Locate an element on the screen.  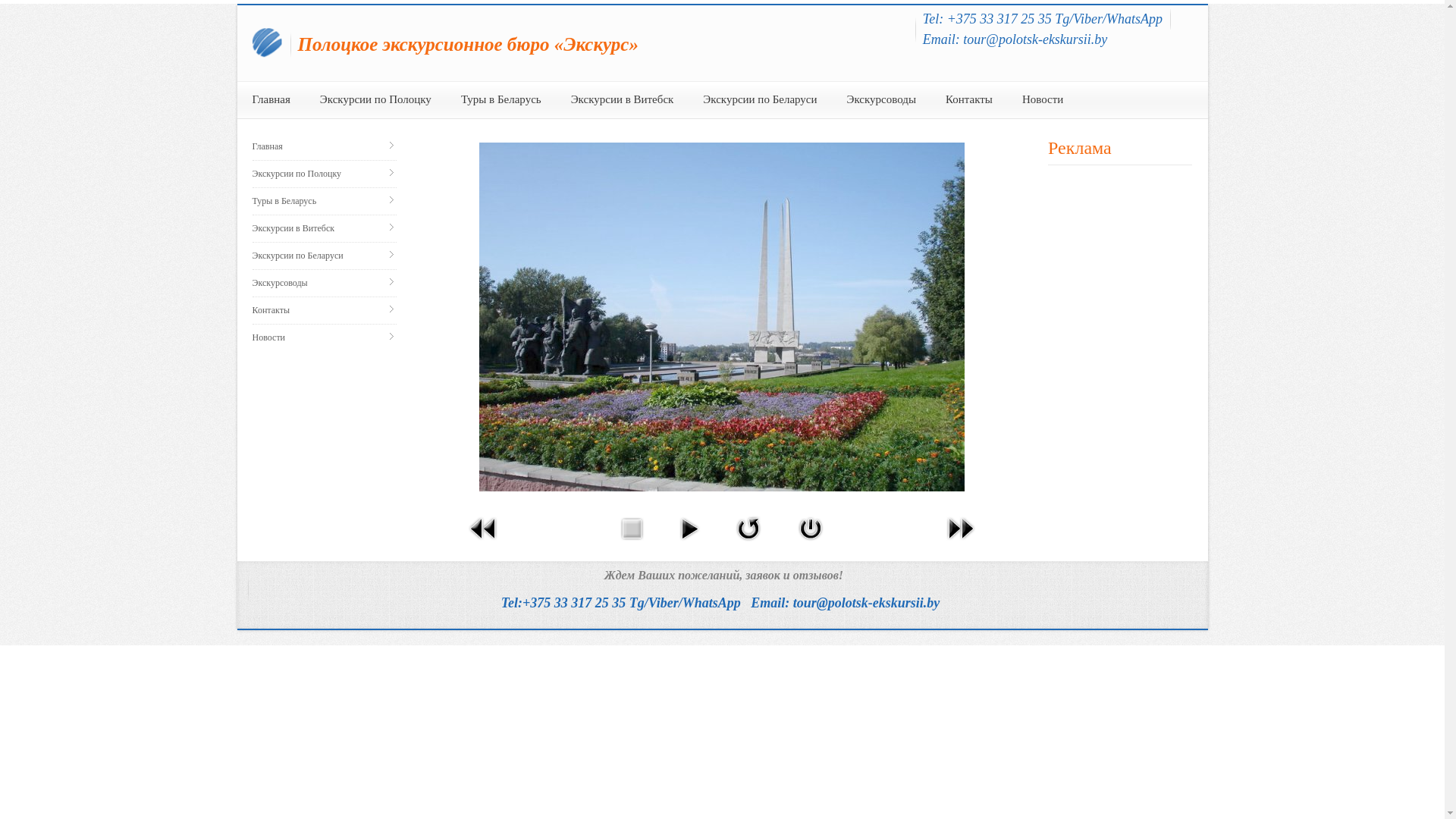
'Email: tour@polotsk-ekskursii.by' is located at coordinates (844, 601).